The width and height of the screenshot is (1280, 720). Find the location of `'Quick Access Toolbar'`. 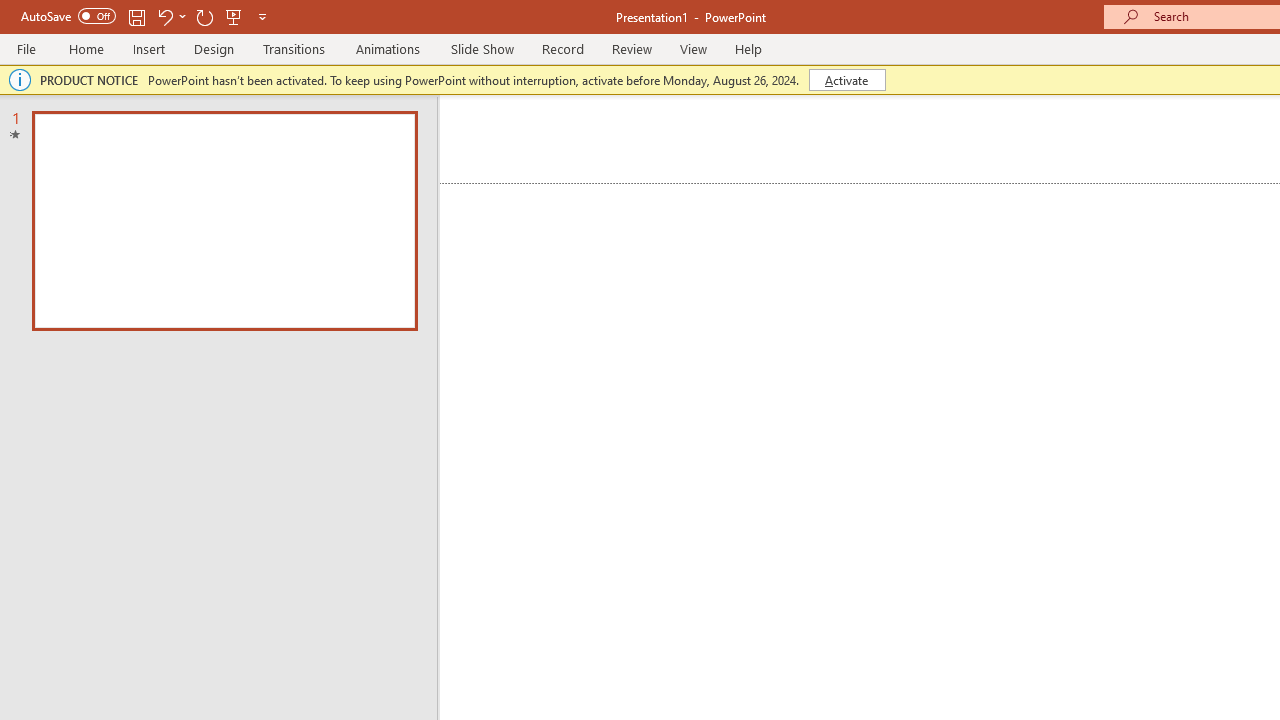

'Quick Access Toolbar' is located at coordinates (144, 16).